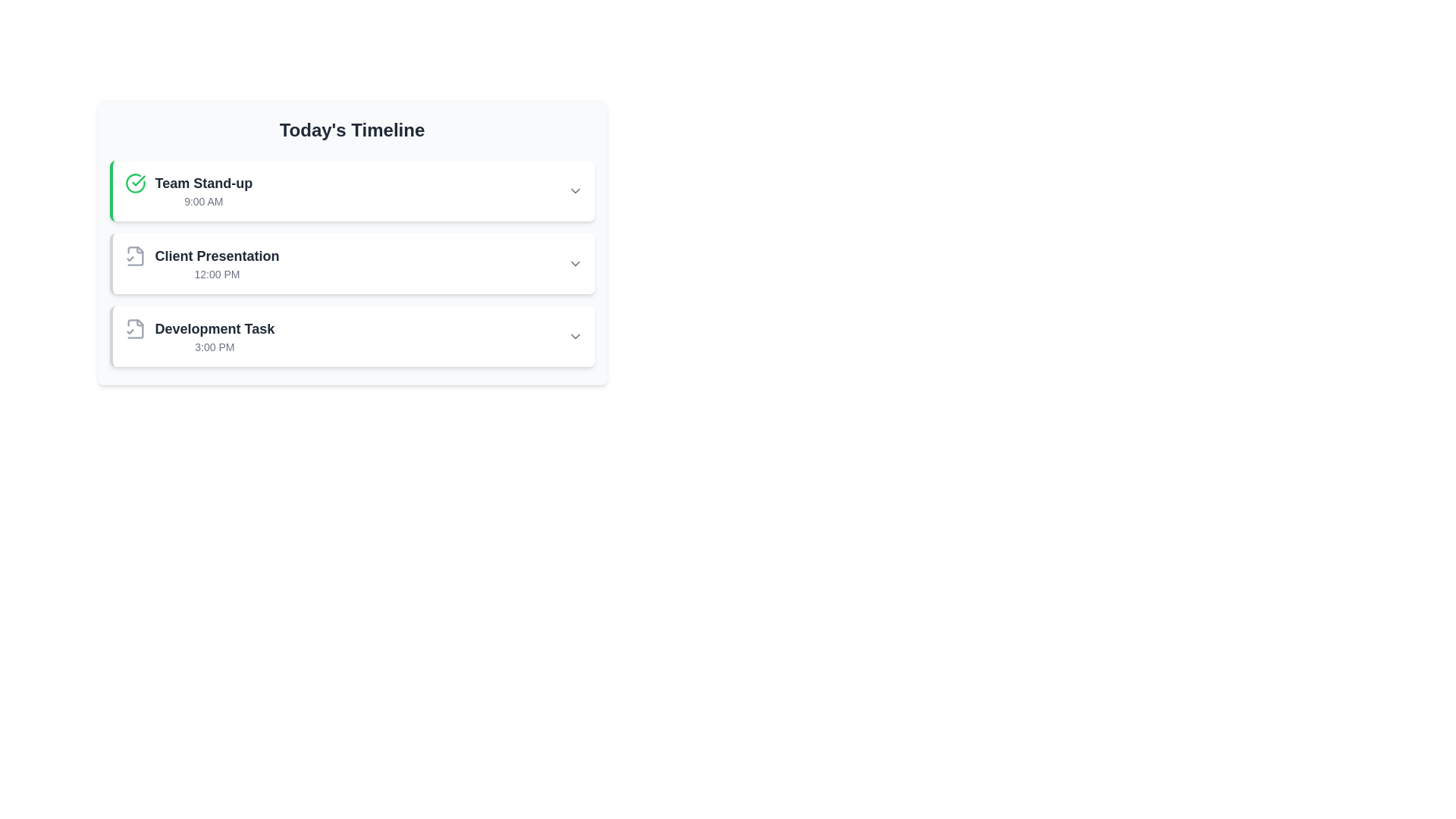 This screenshot has width=1456, height=819. What do you see at coordinates (351, 262) in the screenshot?
I see `the 'Client Presentation' card, which is a rectangular card with a white background and gray left border, positioned in the middle of three vertically stacked event cards` at bounding box center [351, 262].